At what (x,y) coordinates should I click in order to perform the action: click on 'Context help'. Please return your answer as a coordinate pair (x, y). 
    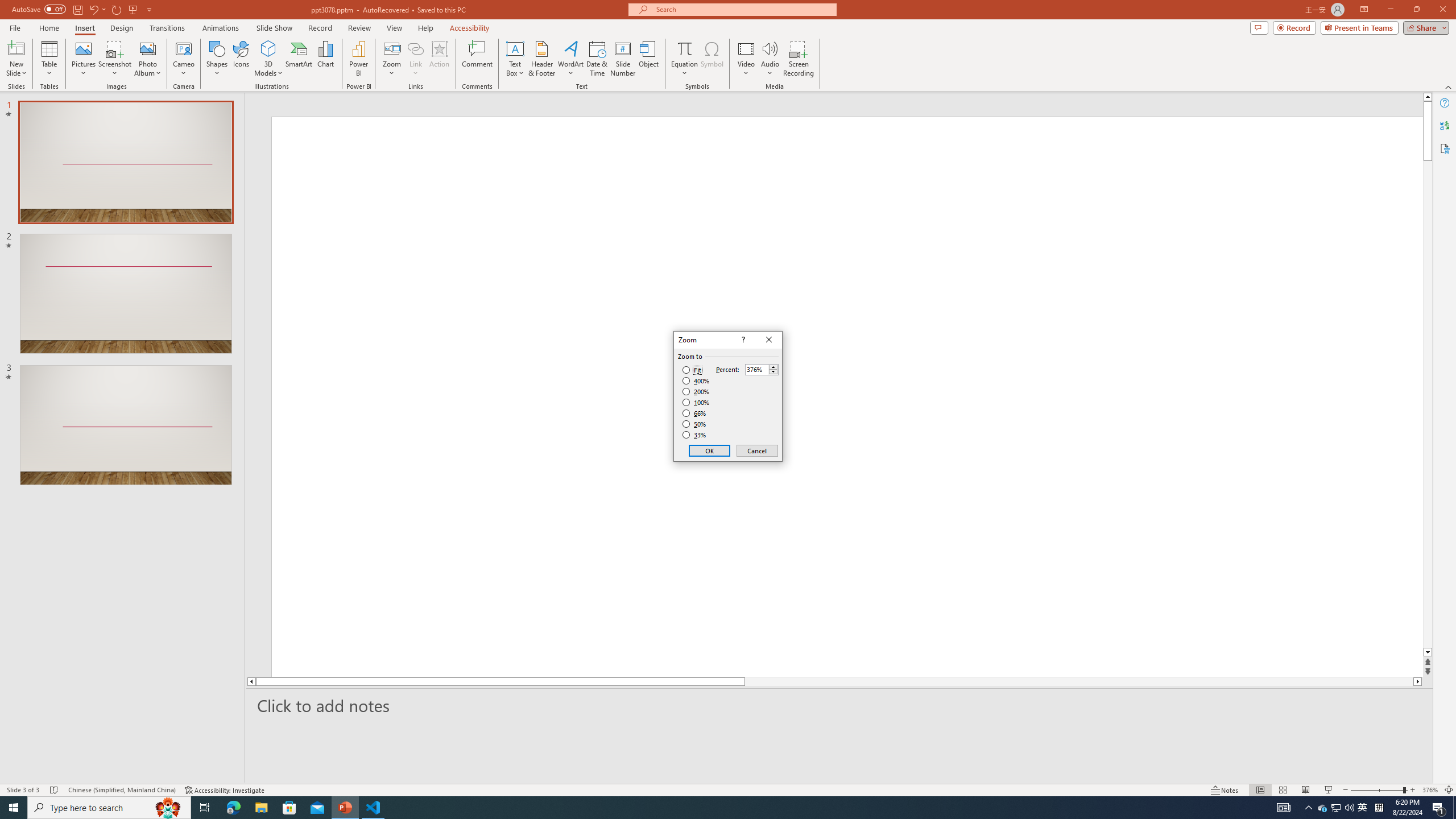
    Looking at the image, I should click on (742, 340).